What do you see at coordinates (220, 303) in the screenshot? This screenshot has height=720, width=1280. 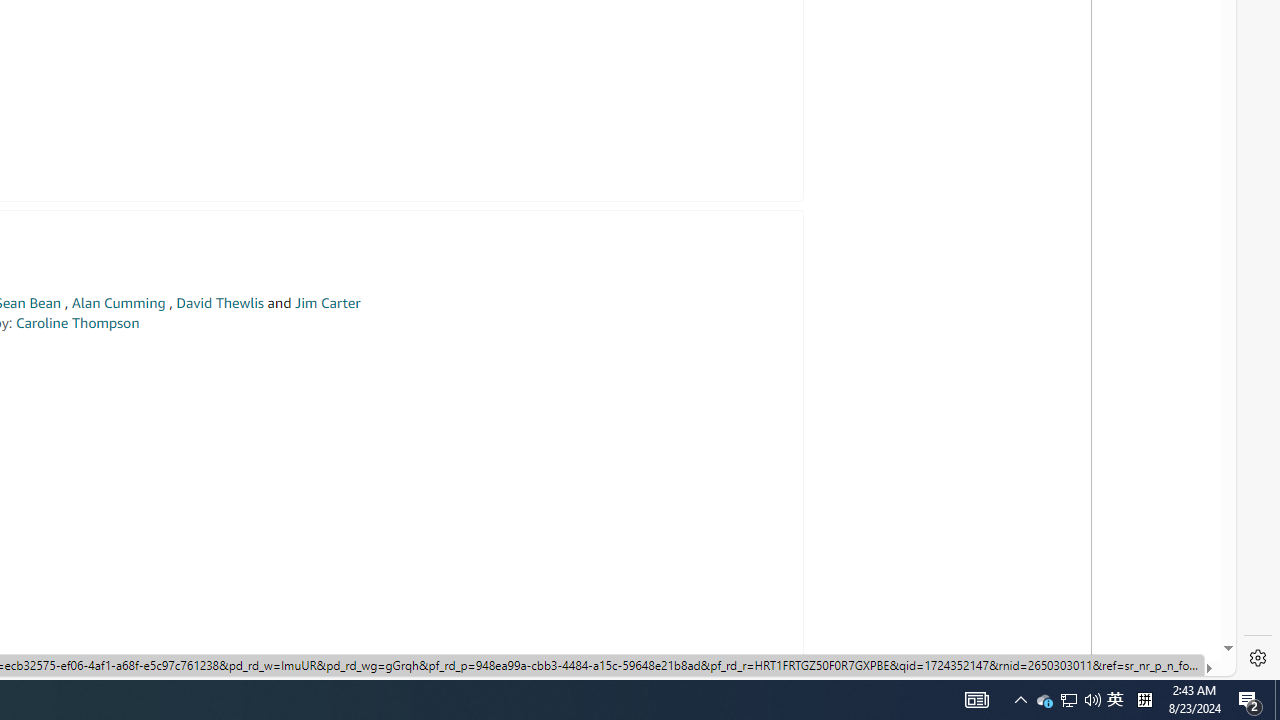 I see `'David Thewlis'` at bounding box center [220, 303].